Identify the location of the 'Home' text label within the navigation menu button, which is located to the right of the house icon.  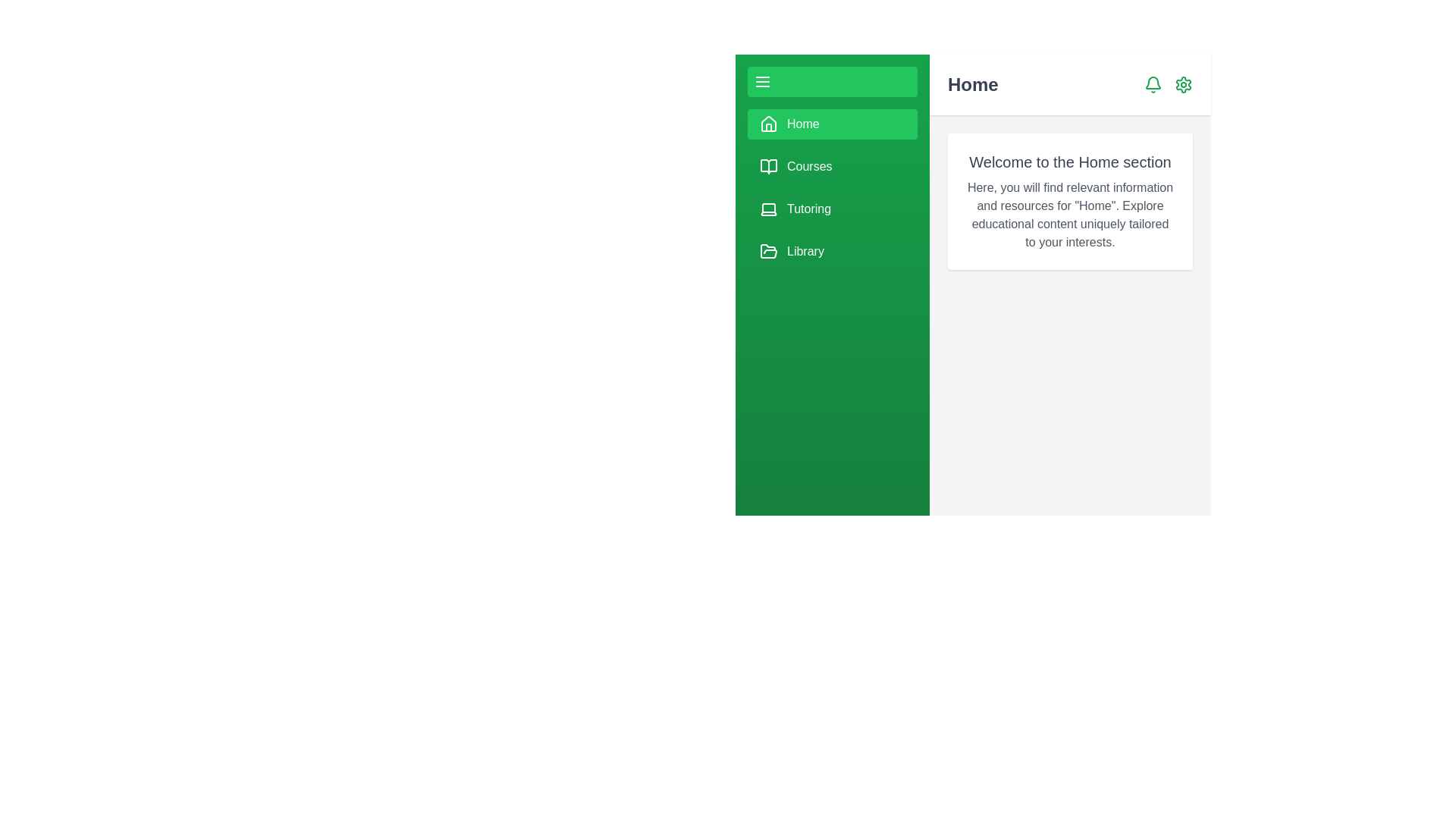
(802, 124).